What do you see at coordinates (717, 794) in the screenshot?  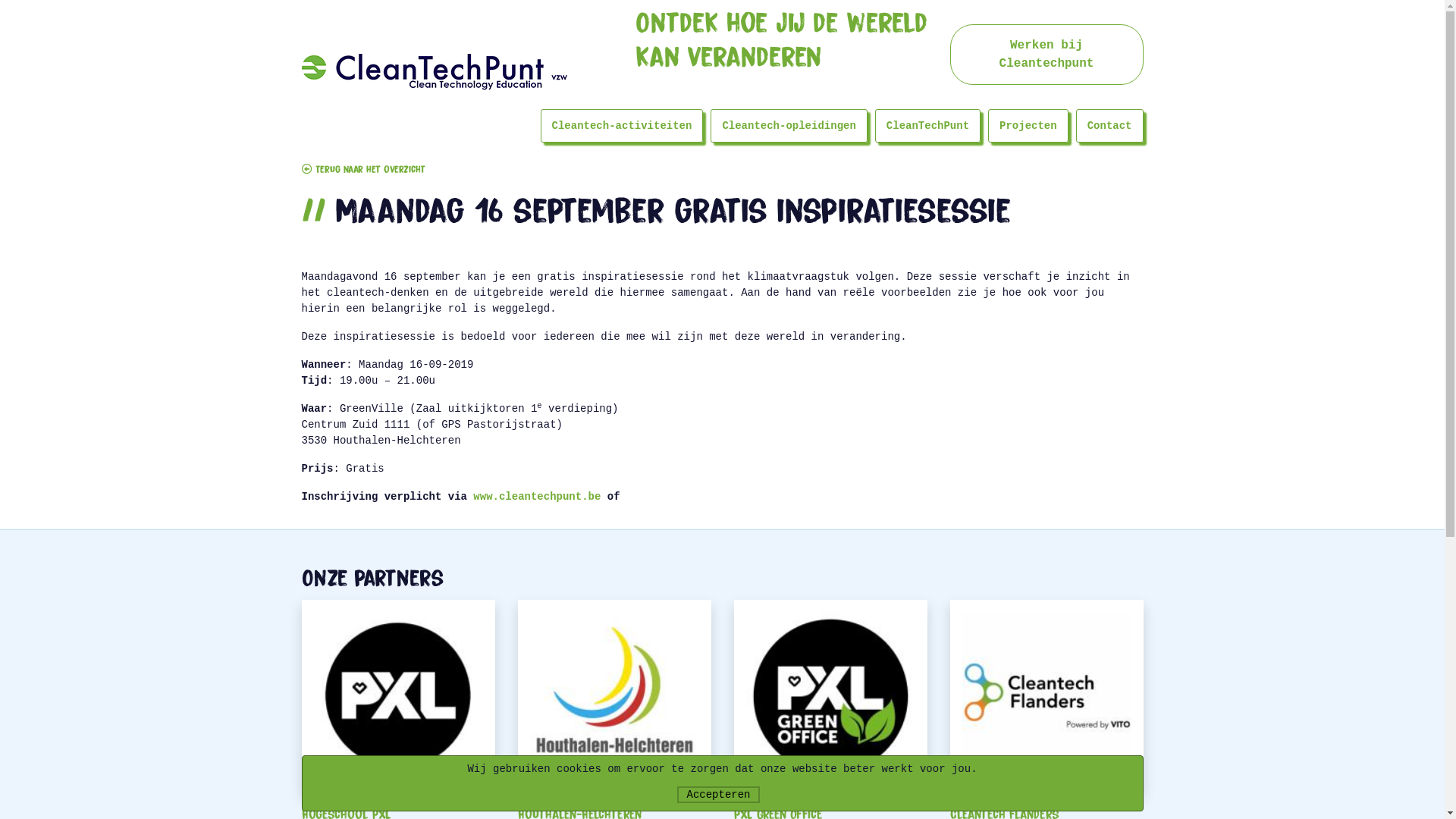 I see `'Accepteren'` at bounding box center [717, 794].